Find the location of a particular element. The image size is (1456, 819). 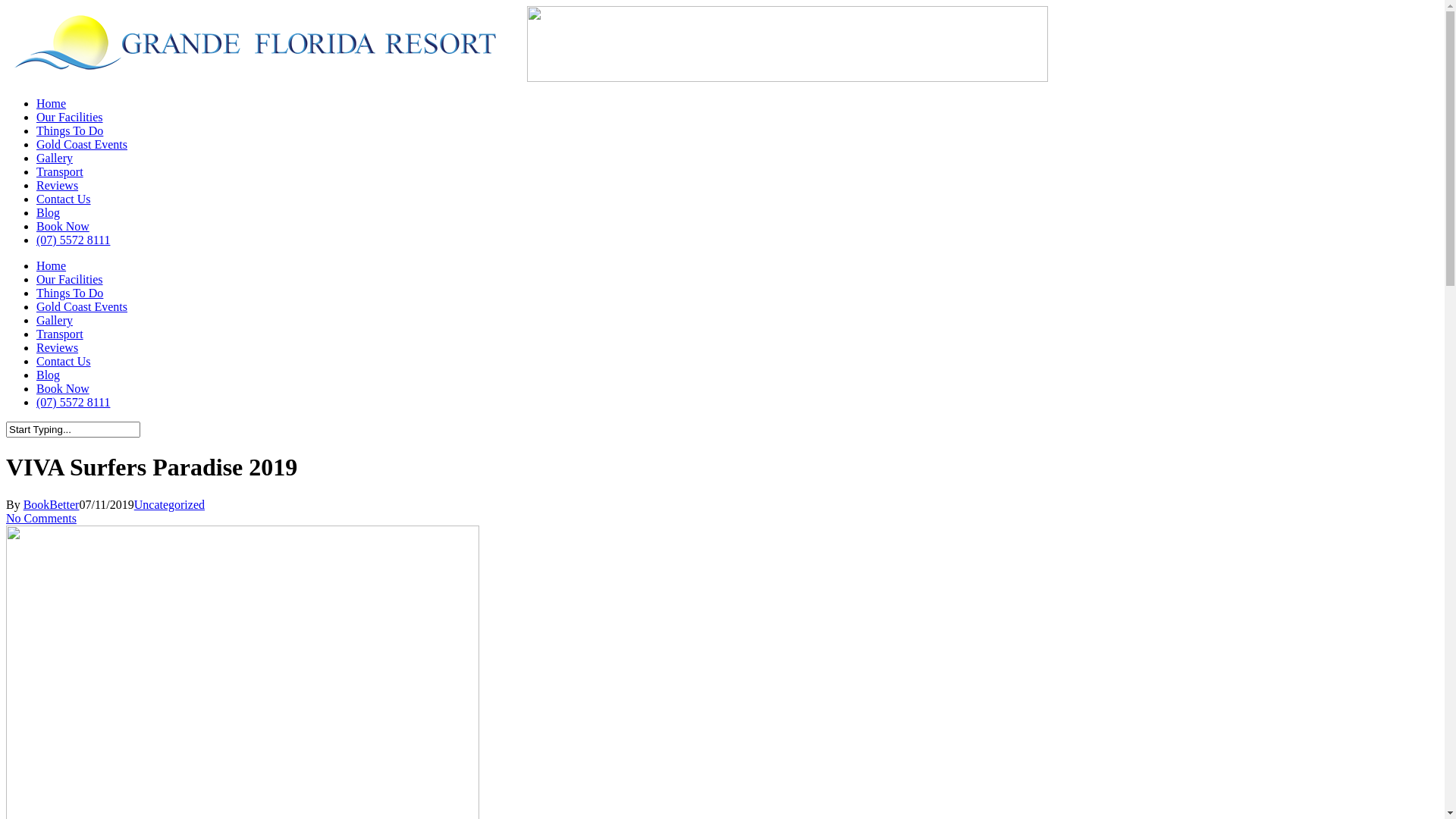

'BookBetter' is located at coordinates (51, 504).